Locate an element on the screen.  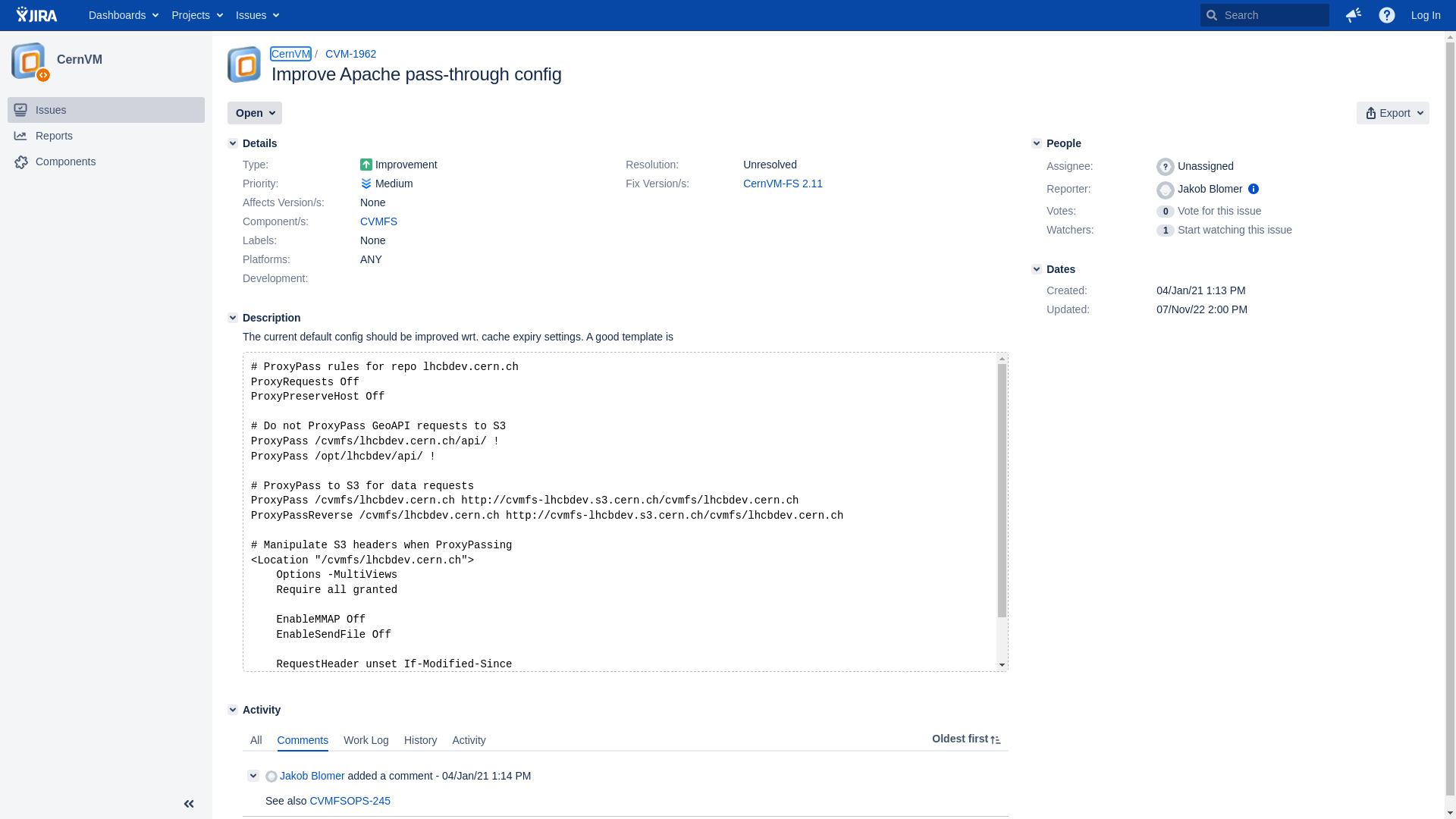
'Oldest first' is located at coordinates (966, 739).